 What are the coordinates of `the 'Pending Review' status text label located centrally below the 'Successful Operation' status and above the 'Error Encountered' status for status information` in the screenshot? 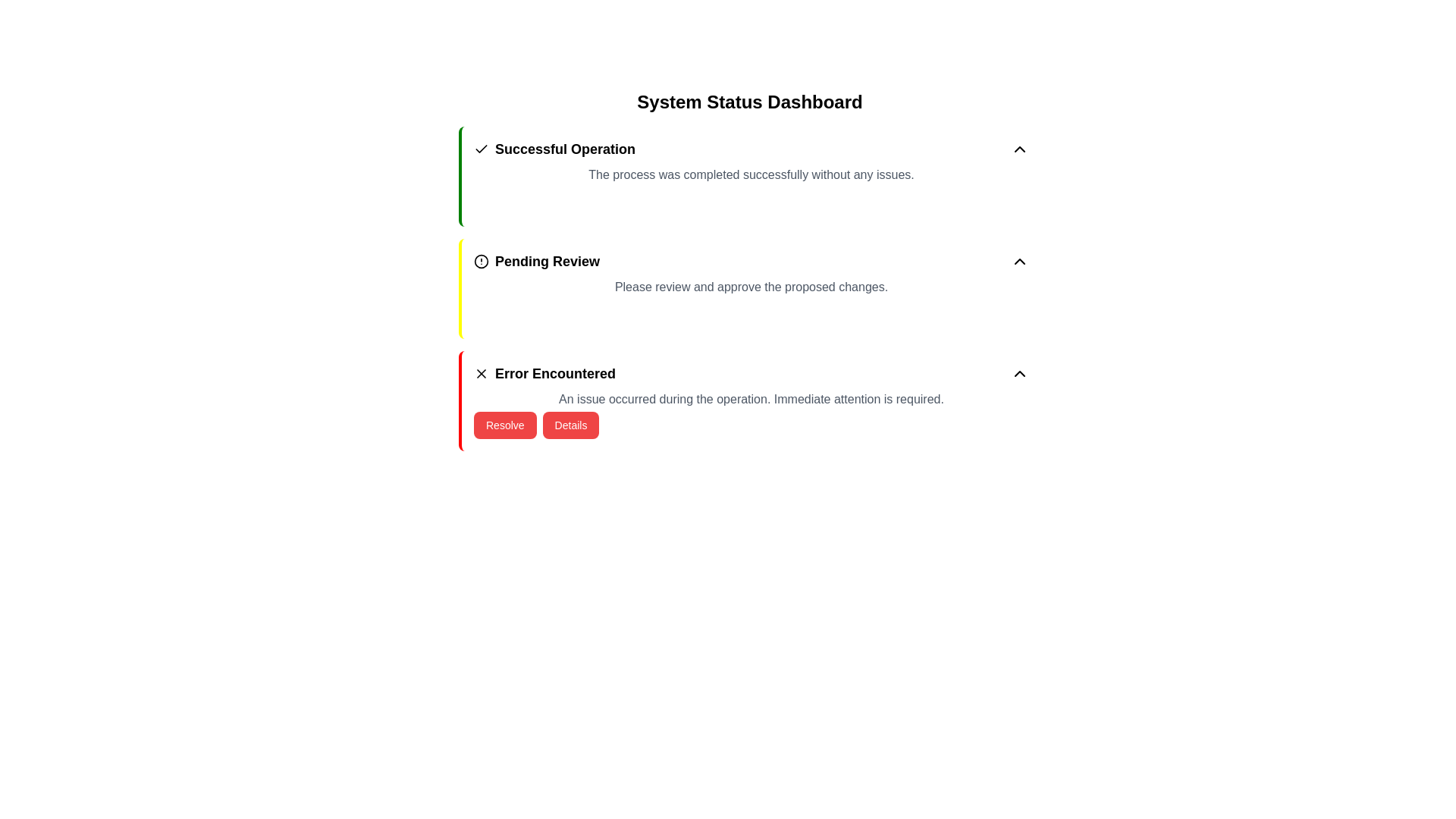 It's located at (547, 260).